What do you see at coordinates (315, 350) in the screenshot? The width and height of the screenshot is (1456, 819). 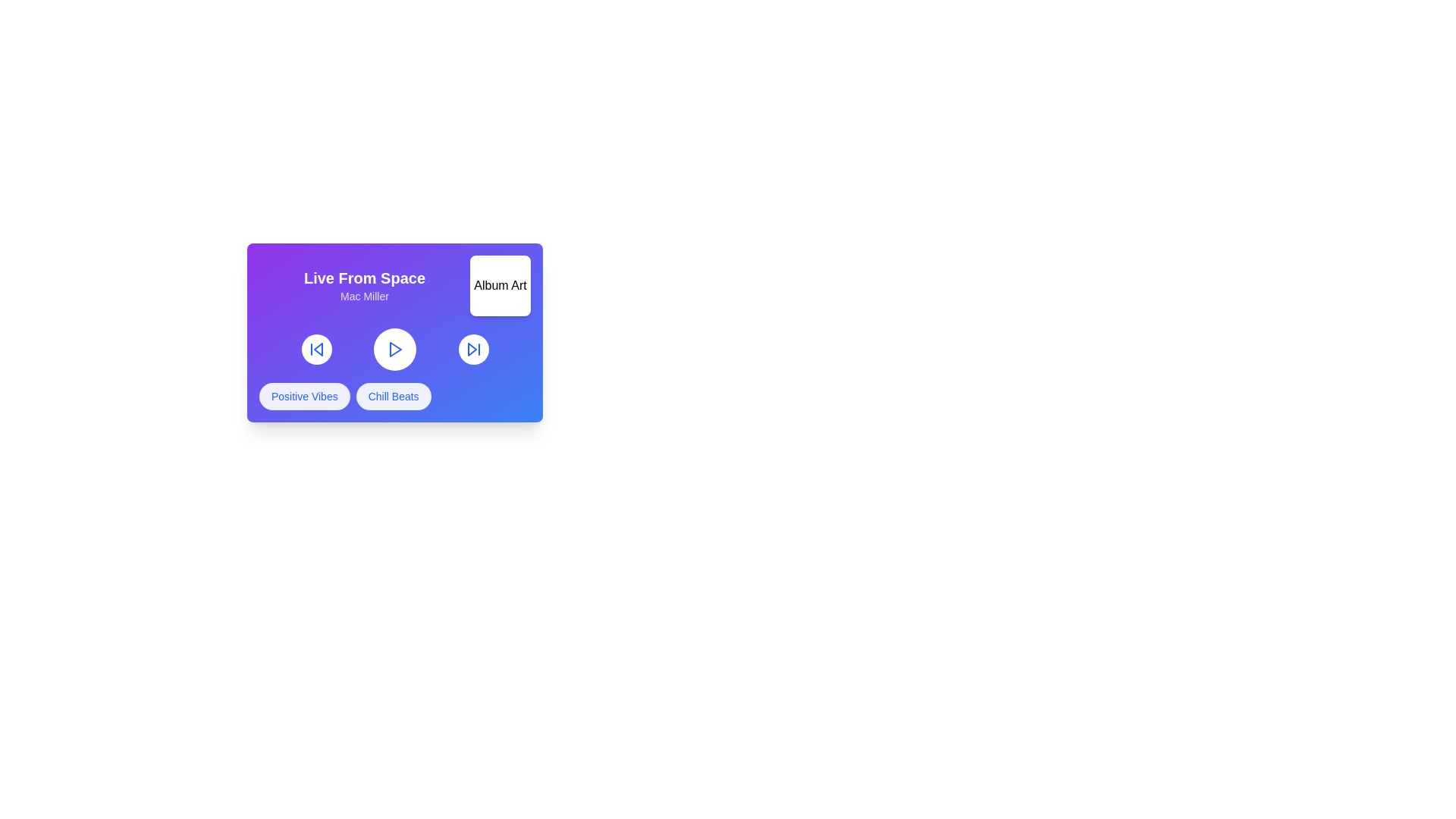 I see `the skip-backward button located in the bottom-left corner of the media player controls` at bounding box center [315, 350].